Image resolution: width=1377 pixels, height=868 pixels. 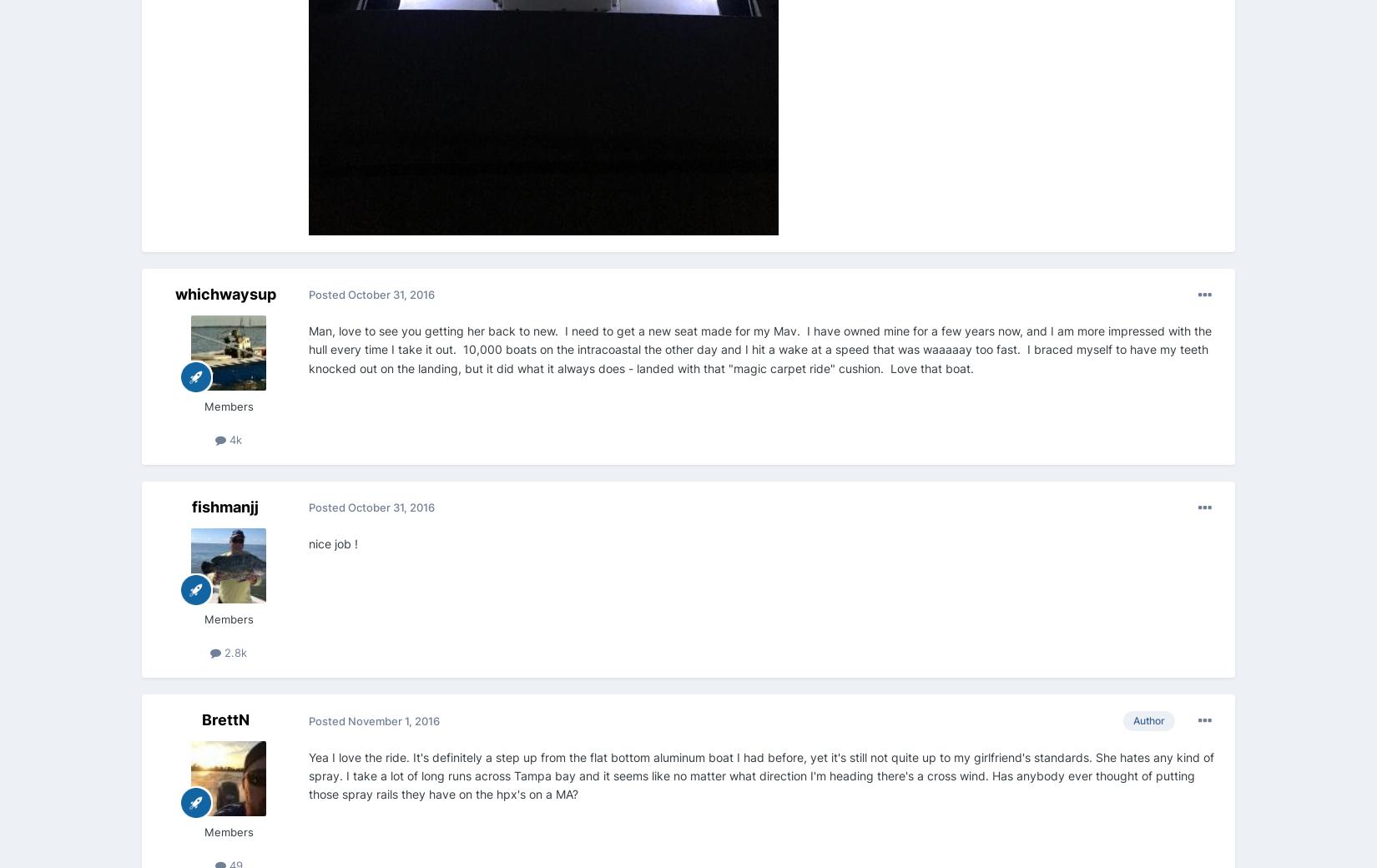 What do you see at coordinates (1147, 719) in the screenshot?
I see `'Author'` at bounding box center [1147, 719].